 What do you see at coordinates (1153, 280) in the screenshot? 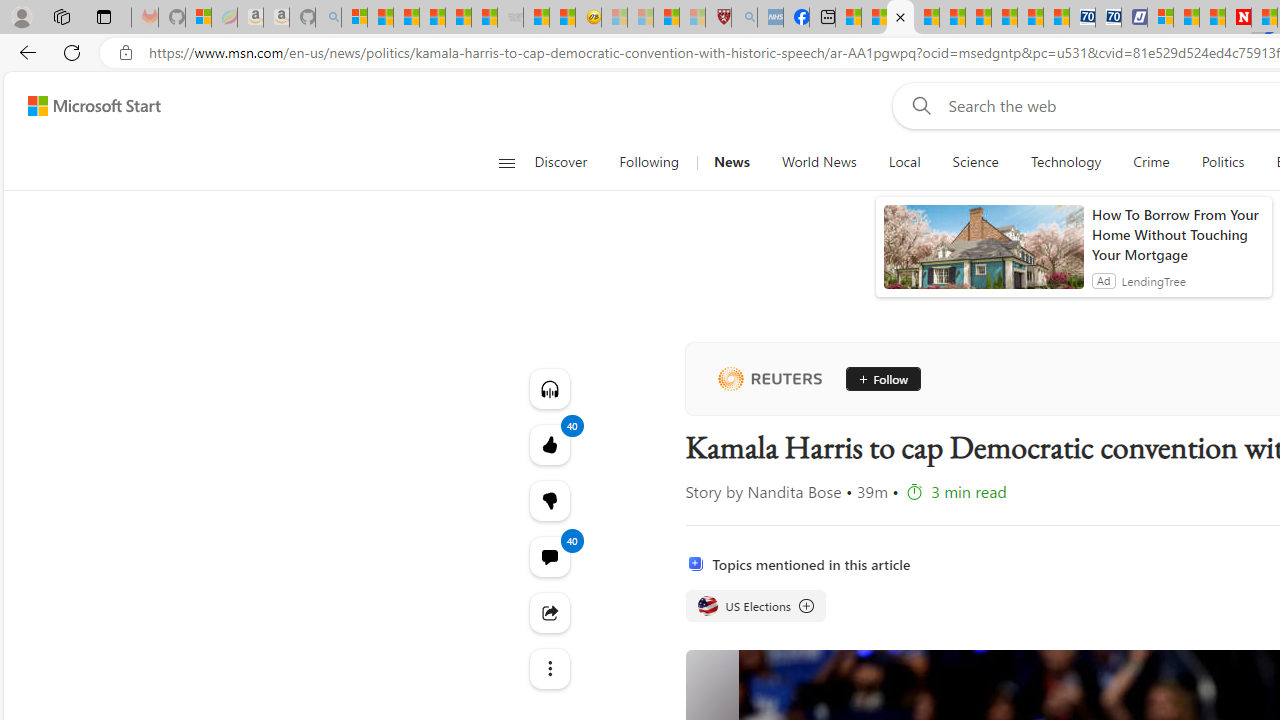
I see `'LendingTree'` at bounding box center [1153, 280].